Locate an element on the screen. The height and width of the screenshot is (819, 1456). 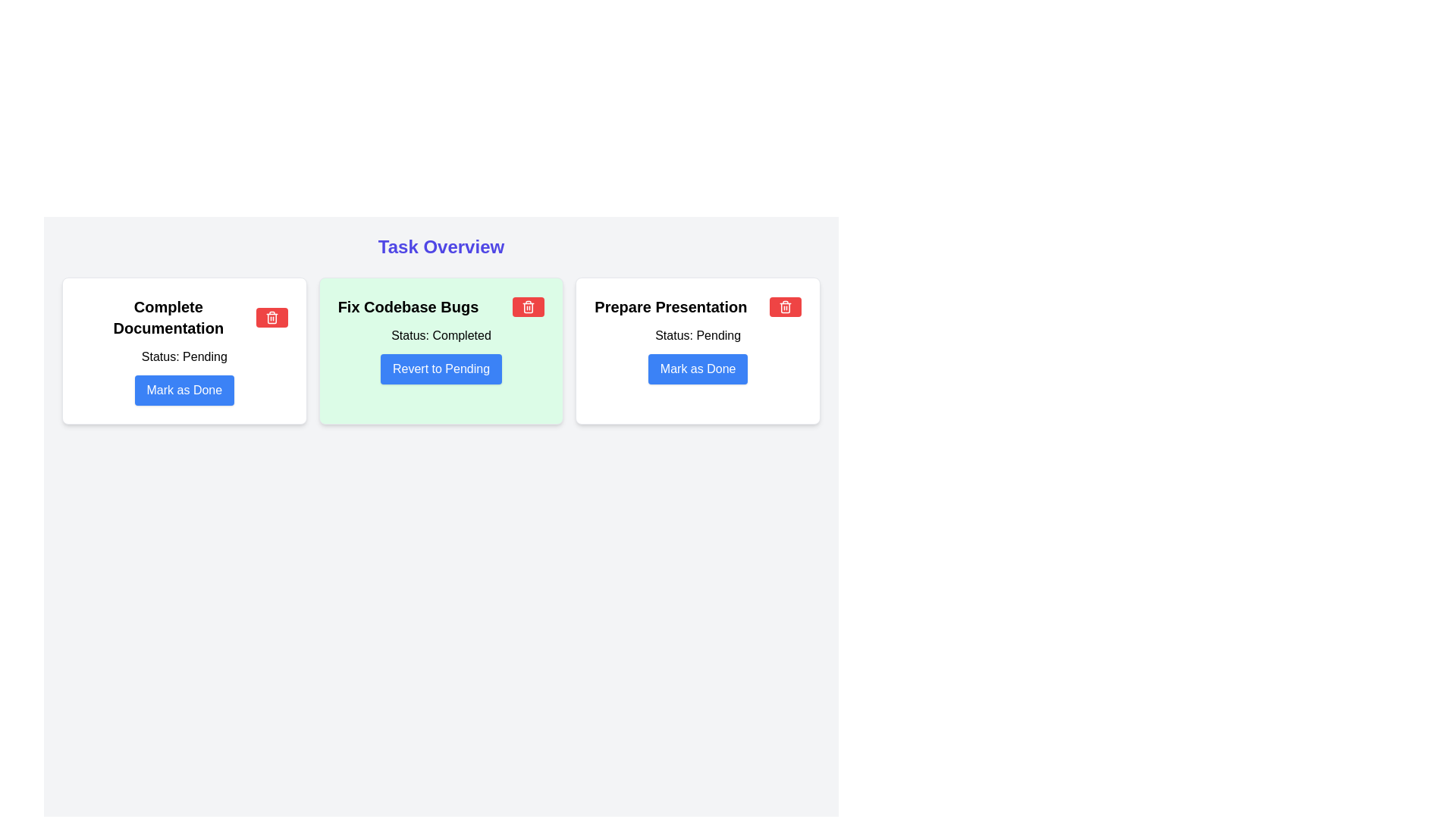
the button labeled 'Mark as Done' with rounded corners and a blue background, located at the center bottom of the 'Complete Documentation' card, below the status text 'Status: Pending' is located at coordinates (184, 390).